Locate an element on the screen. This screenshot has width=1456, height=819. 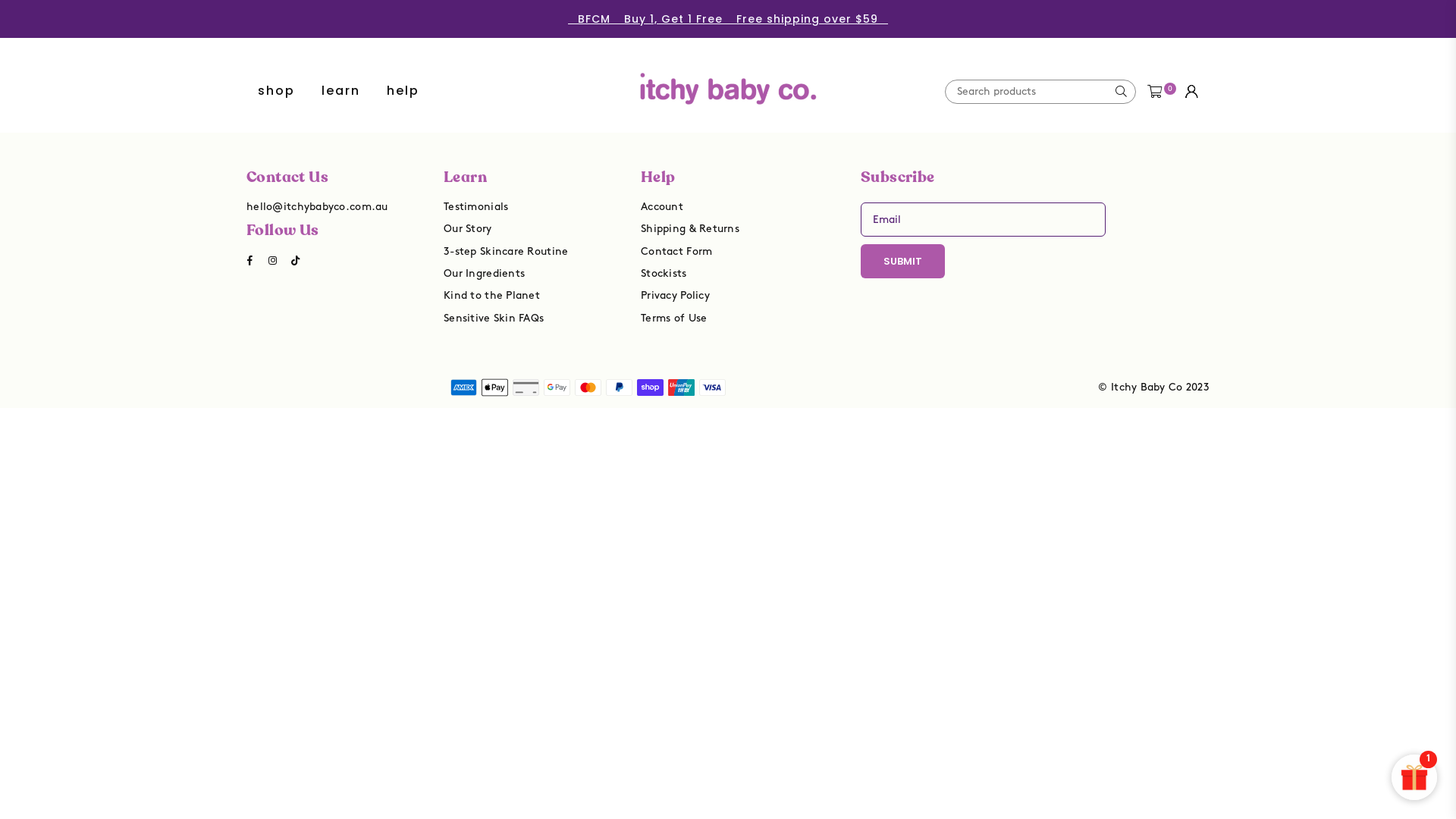
'Testimonials' is located at coordinates (475, 206).